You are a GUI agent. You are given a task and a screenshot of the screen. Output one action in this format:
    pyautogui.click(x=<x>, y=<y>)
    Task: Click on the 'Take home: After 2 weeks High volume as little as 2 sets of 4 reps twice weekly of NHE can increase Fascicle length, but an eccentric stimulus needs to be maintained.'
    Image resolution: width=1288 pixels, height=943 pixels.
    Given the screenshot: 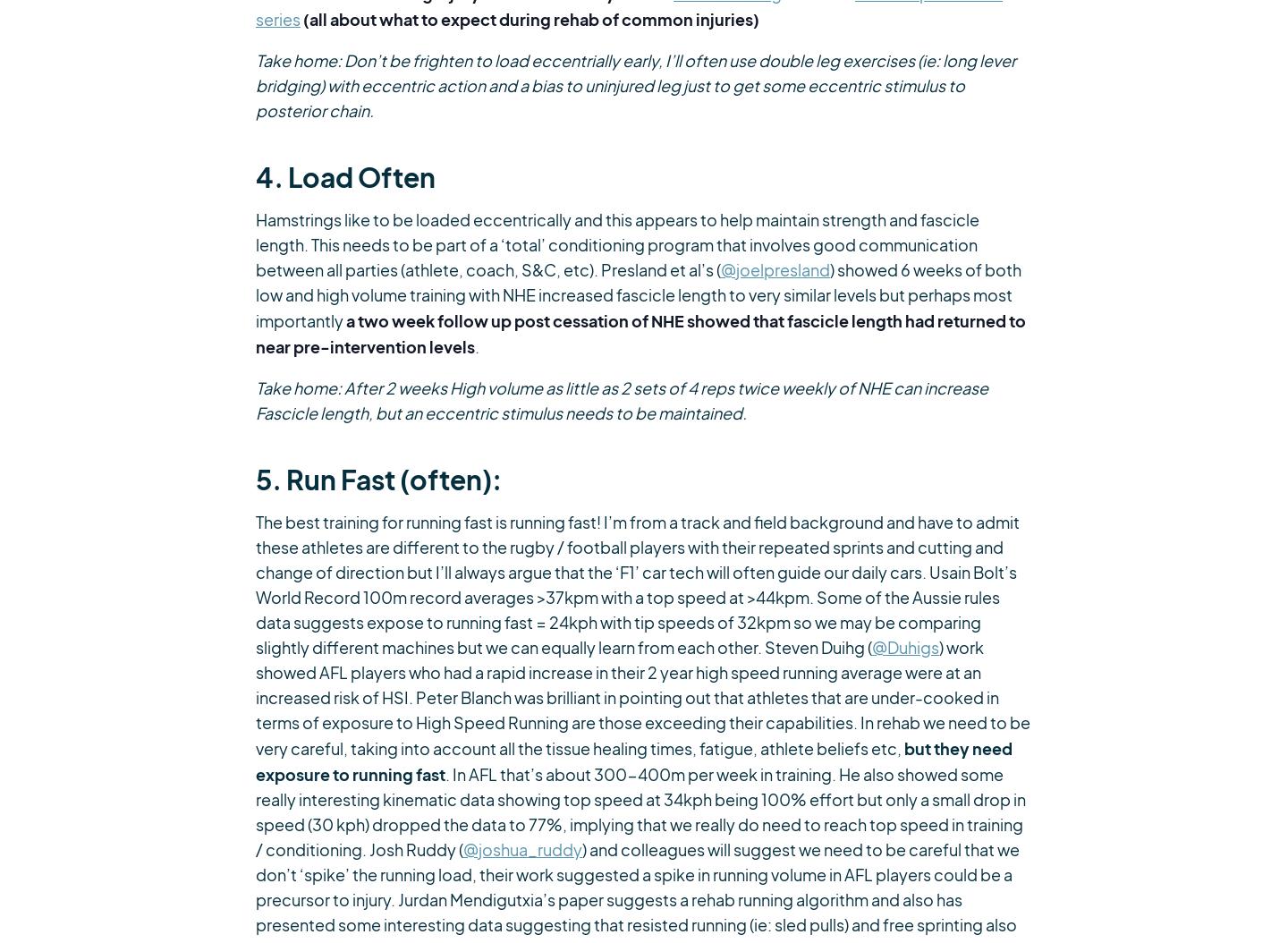 What is the action you would take?
    pyautogui.click(x=622, y=400)
    